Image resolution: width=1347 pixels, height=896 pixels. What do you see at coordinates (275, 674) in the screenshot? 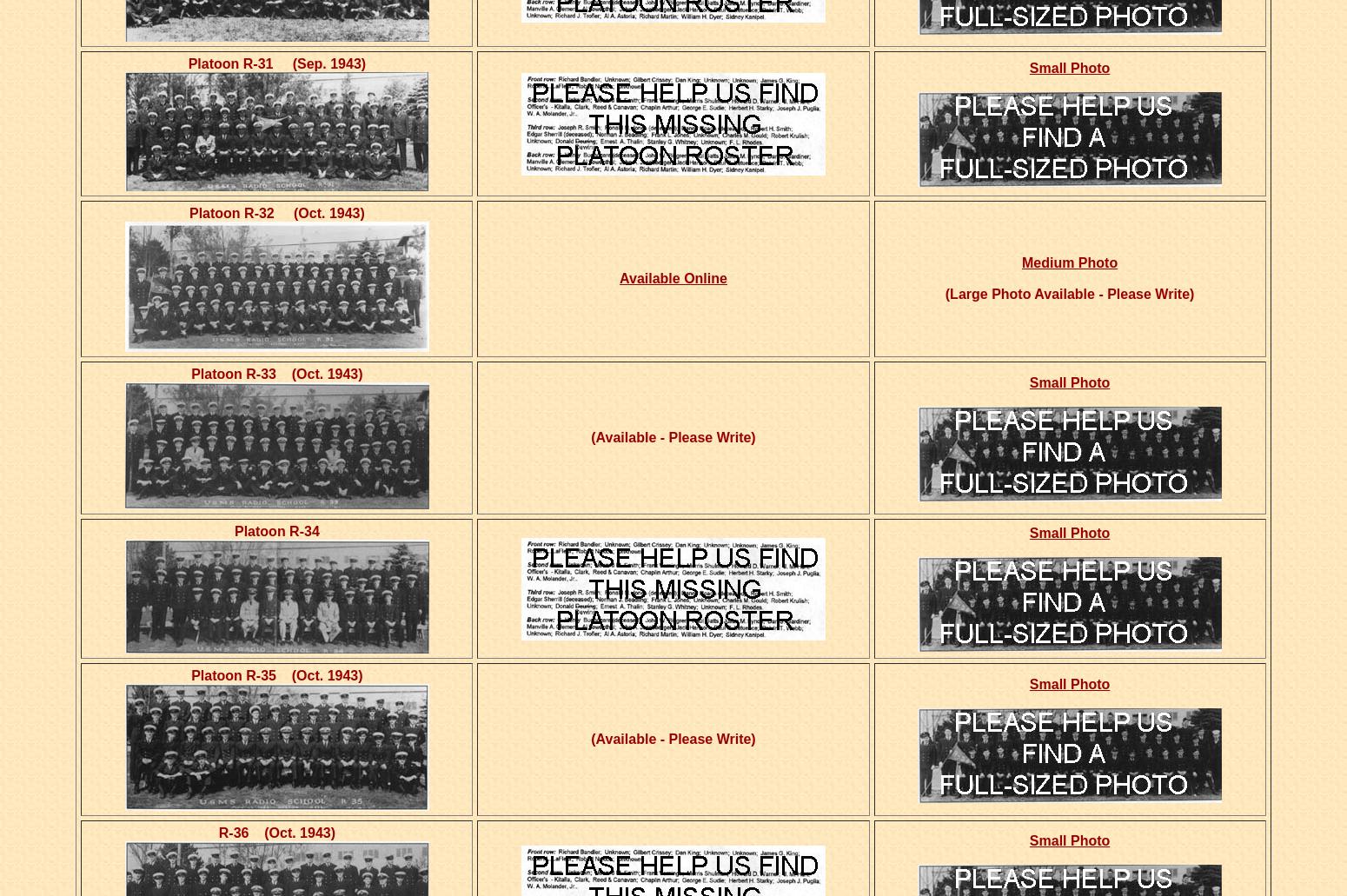
I see `'Platoon R-35    (Oct. 
                
                1943)'` at bounding box center [275, 674].